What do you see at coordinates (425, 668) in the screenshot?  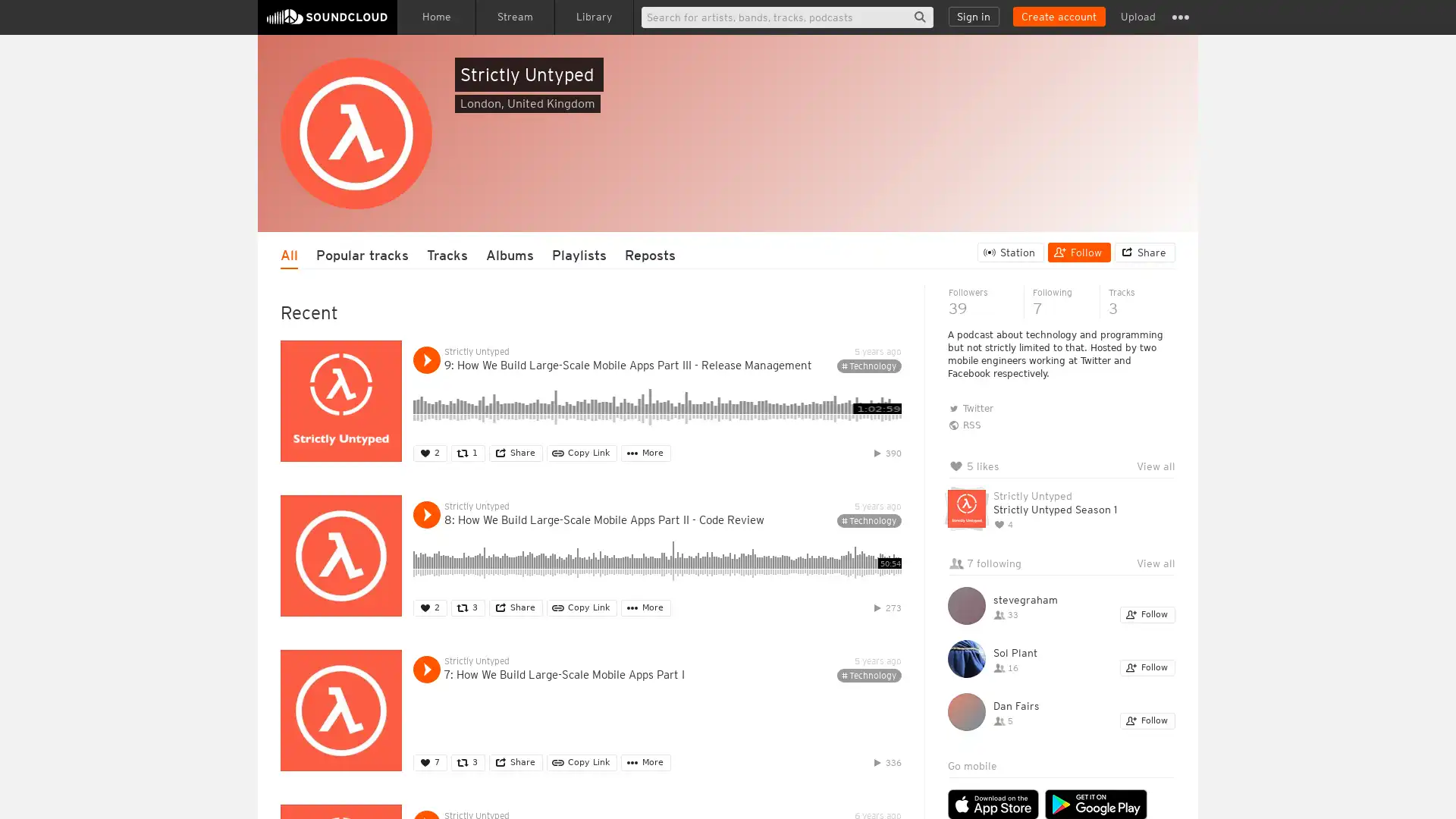 I see `Play` at bounding box center [425, 668].